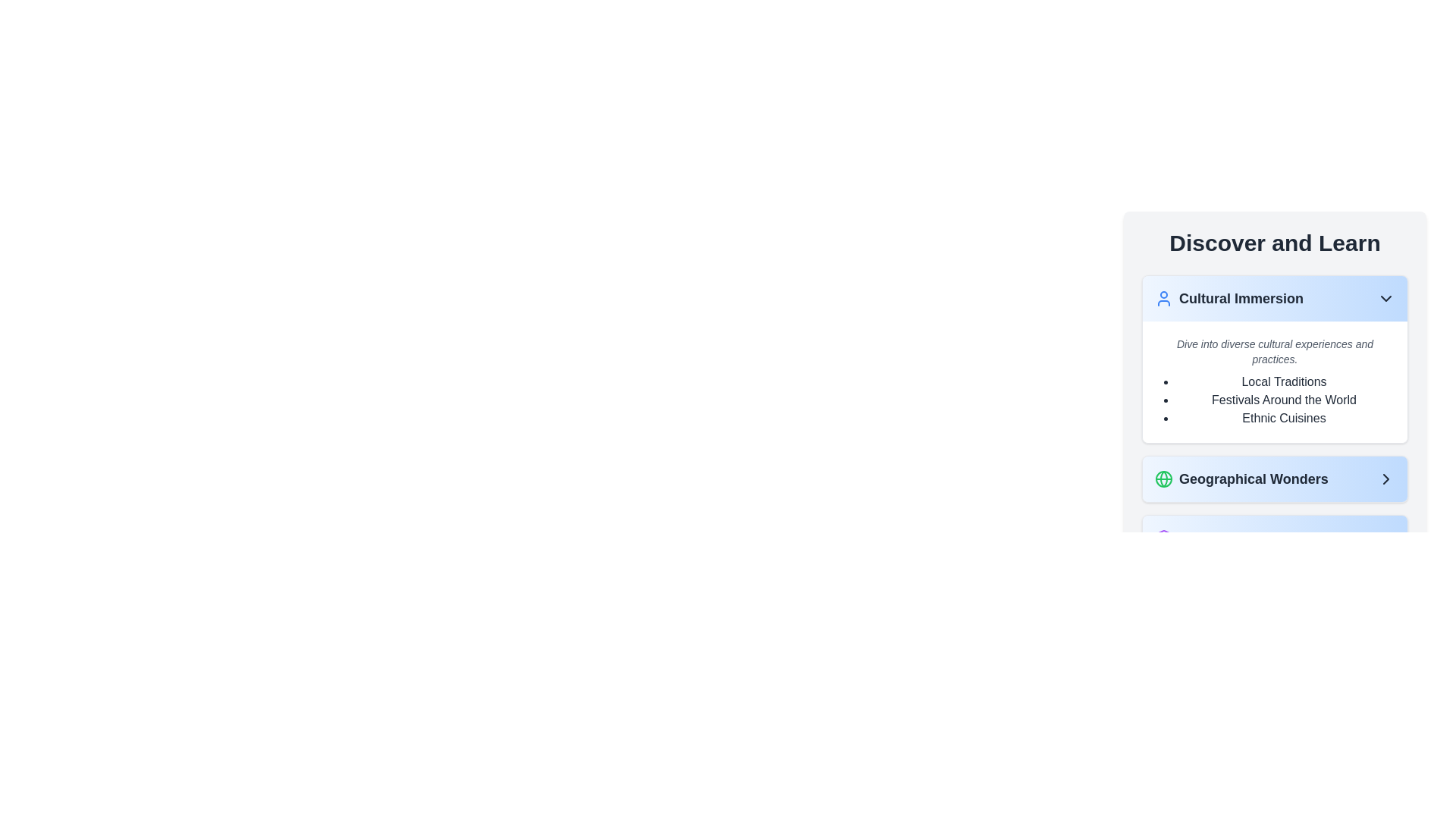  What do you see at coordinates (1241, 479) in the screenshot?
I see `the 'Geographical Wonders' text with icon label, which features a bold font and a globe icon in green` at bounding box center [1241, 479].